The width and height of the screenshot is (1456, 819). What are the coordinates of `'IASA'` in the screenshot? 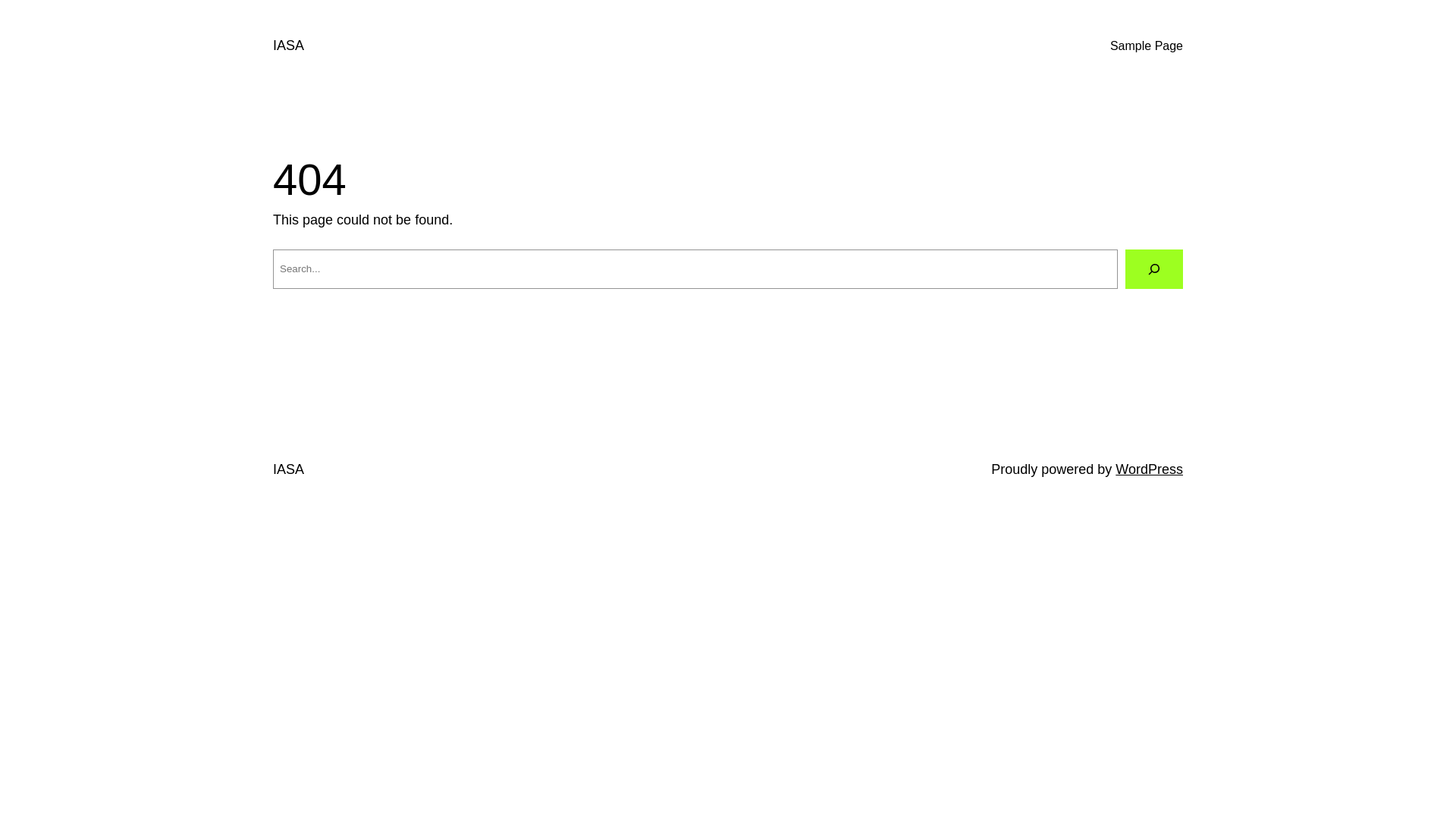 It's located at (288, 45).